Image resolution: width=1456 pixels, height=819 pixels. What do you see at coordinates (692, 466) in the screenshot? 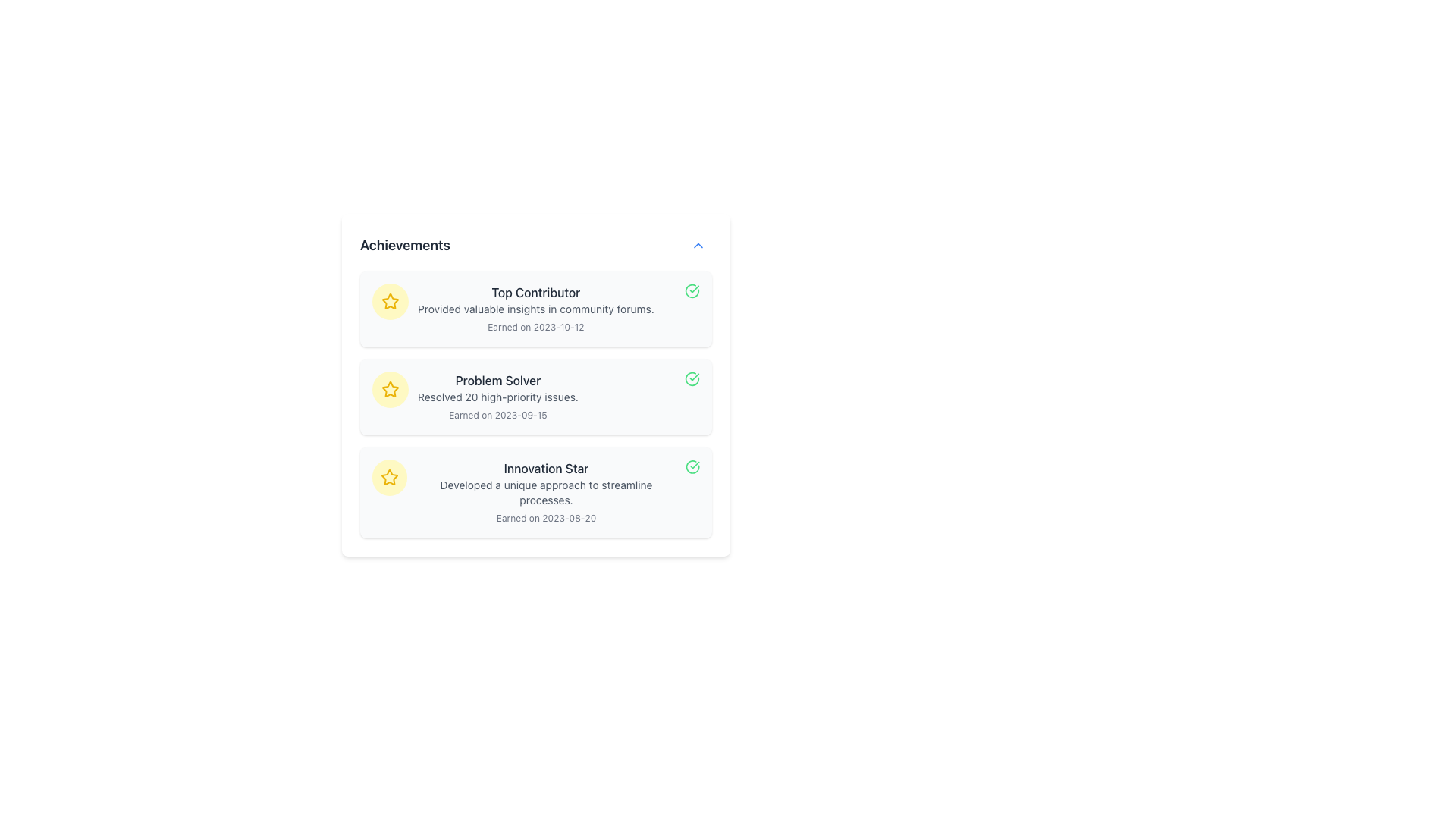
I see `the status indicated by the circular green checkmark icon located at the far right of the bottom-most list item under the 'Achievements' section titled 'Innovation Star.'` at bounding box center [692, 466].